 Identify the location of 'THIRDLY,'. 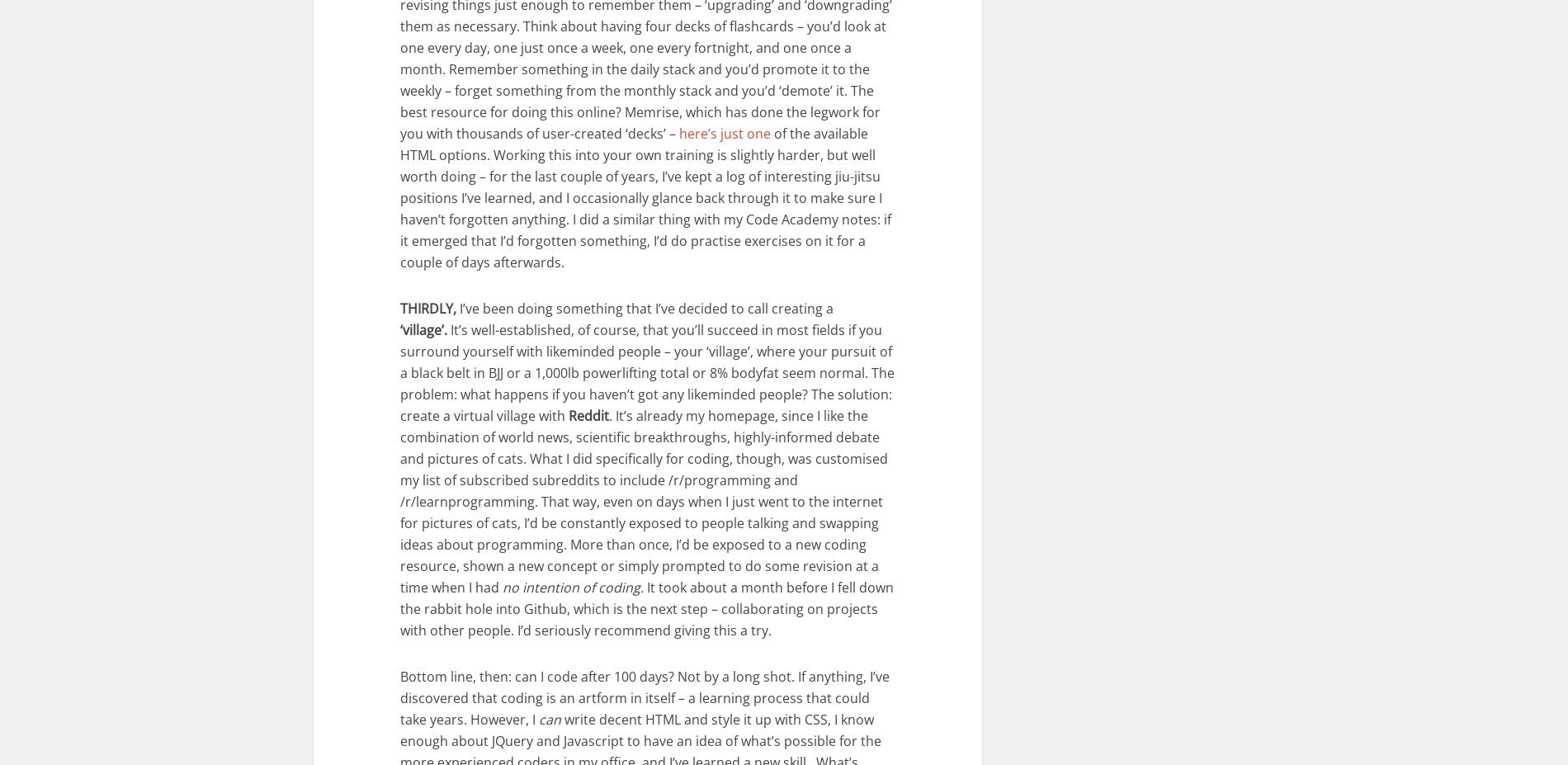
(428, 307).